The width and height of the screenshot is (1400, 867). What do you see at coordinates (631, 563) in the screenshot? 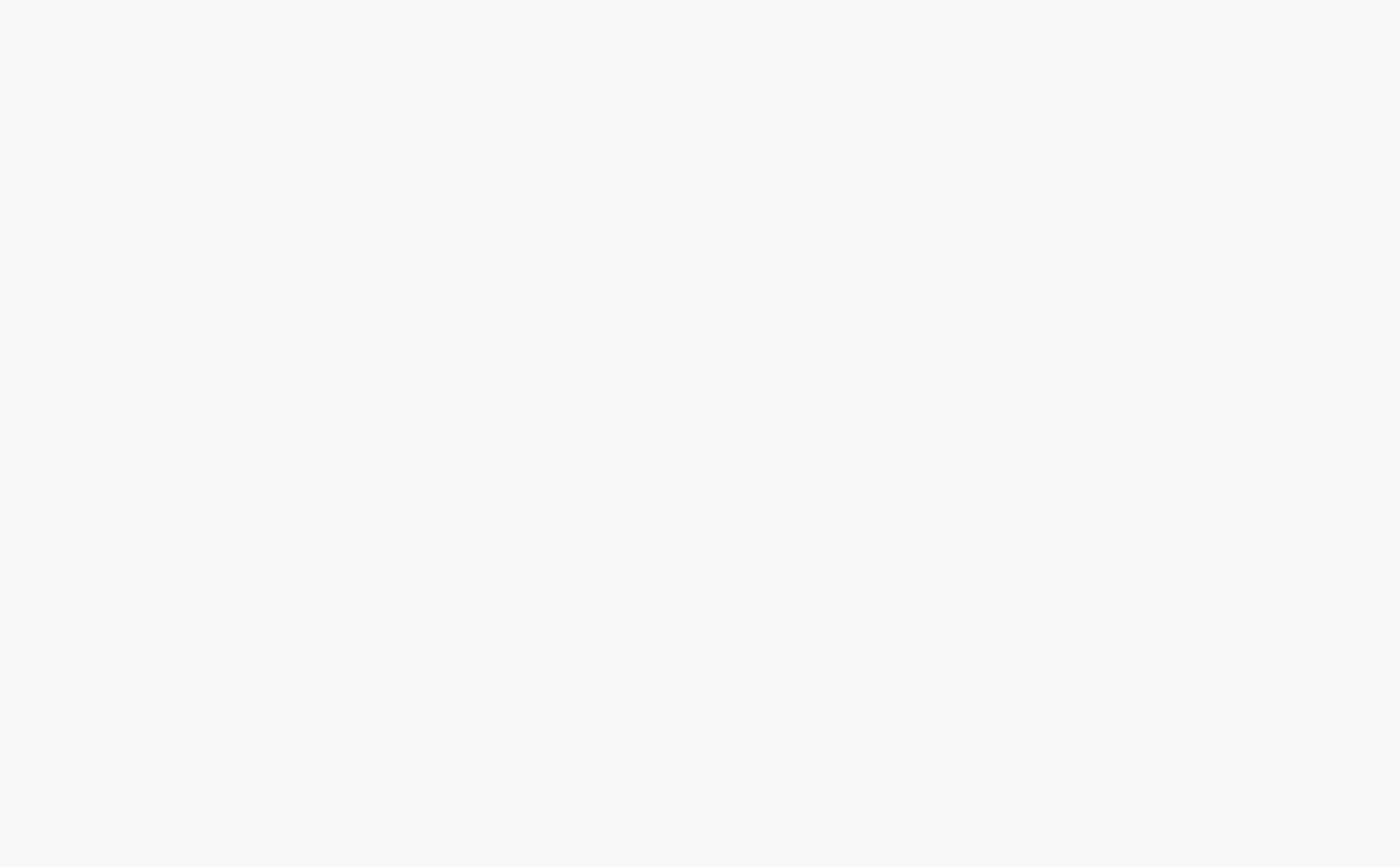
I see `'Christine Feehan'` at bounding box center [631, 563].